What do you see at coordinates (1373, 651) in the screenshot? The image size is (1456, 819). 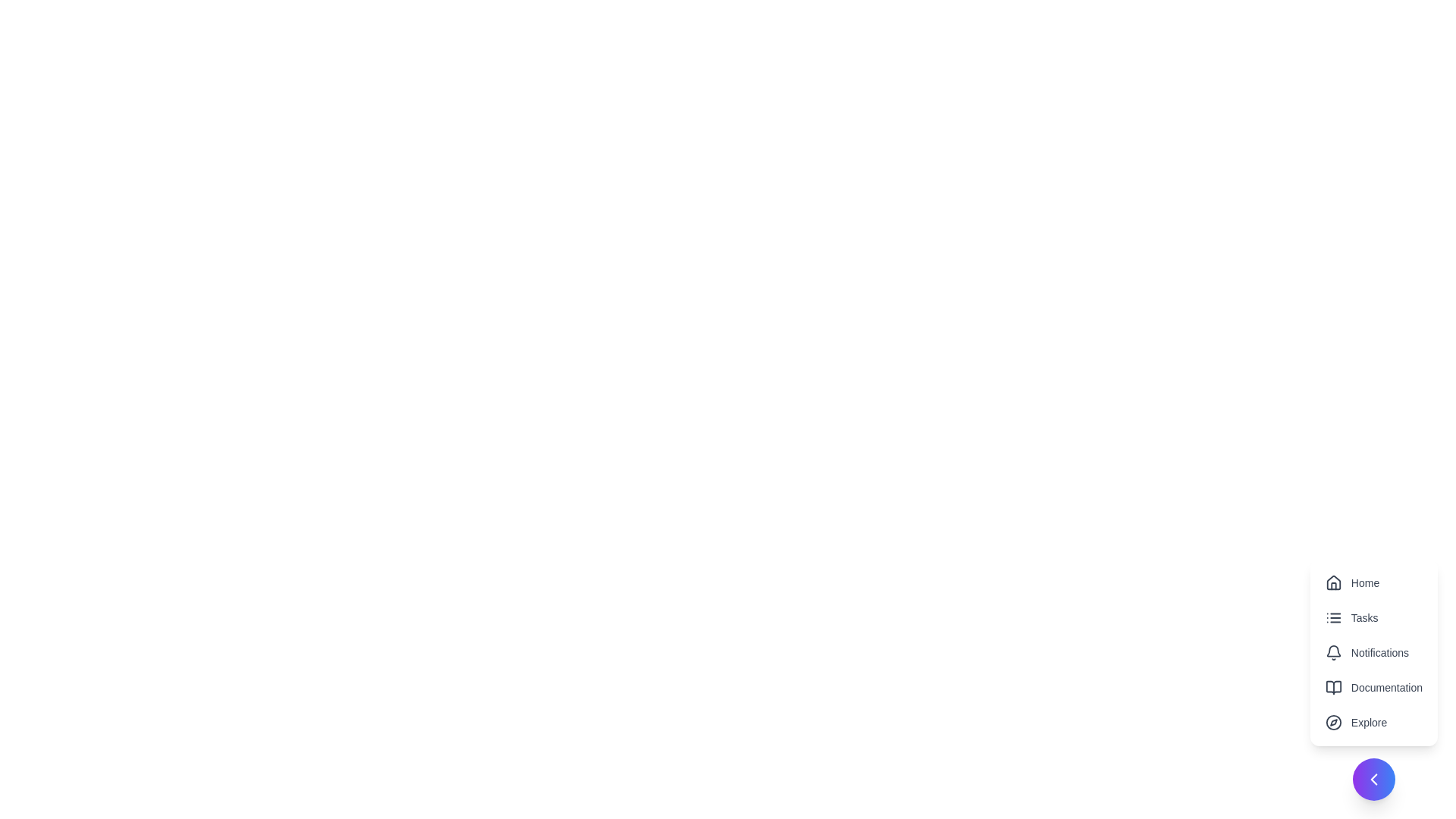 I see `the menu item Notifications from the speed dial options` at bounding box center [1373, 651].